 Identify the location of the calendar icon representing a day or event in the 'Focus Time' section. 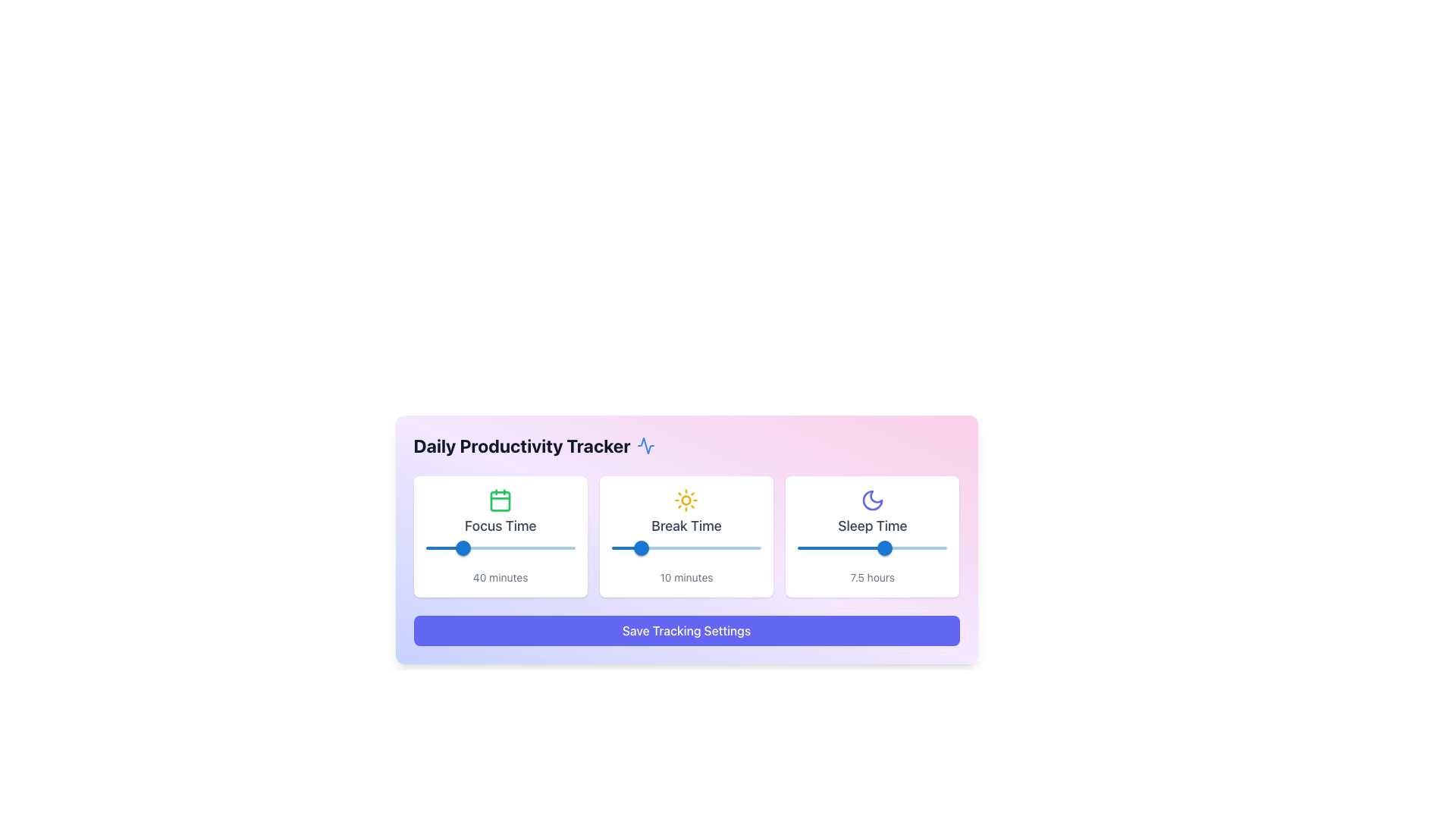
(500, 501).